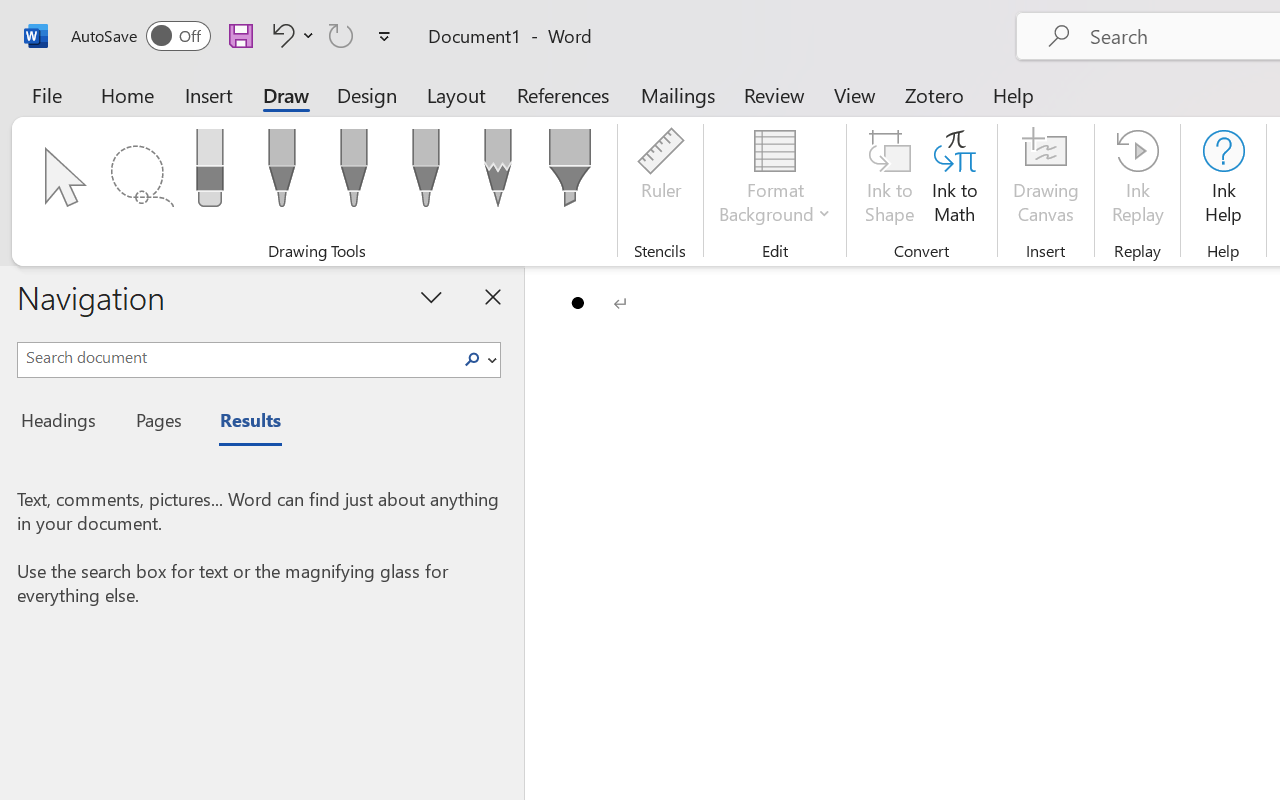 This screenshot has width=1280, height=800. What do you see at coordinates (661, 179) in the screenshot?
I see `'Ruler'` at bounding box center [661, 179].